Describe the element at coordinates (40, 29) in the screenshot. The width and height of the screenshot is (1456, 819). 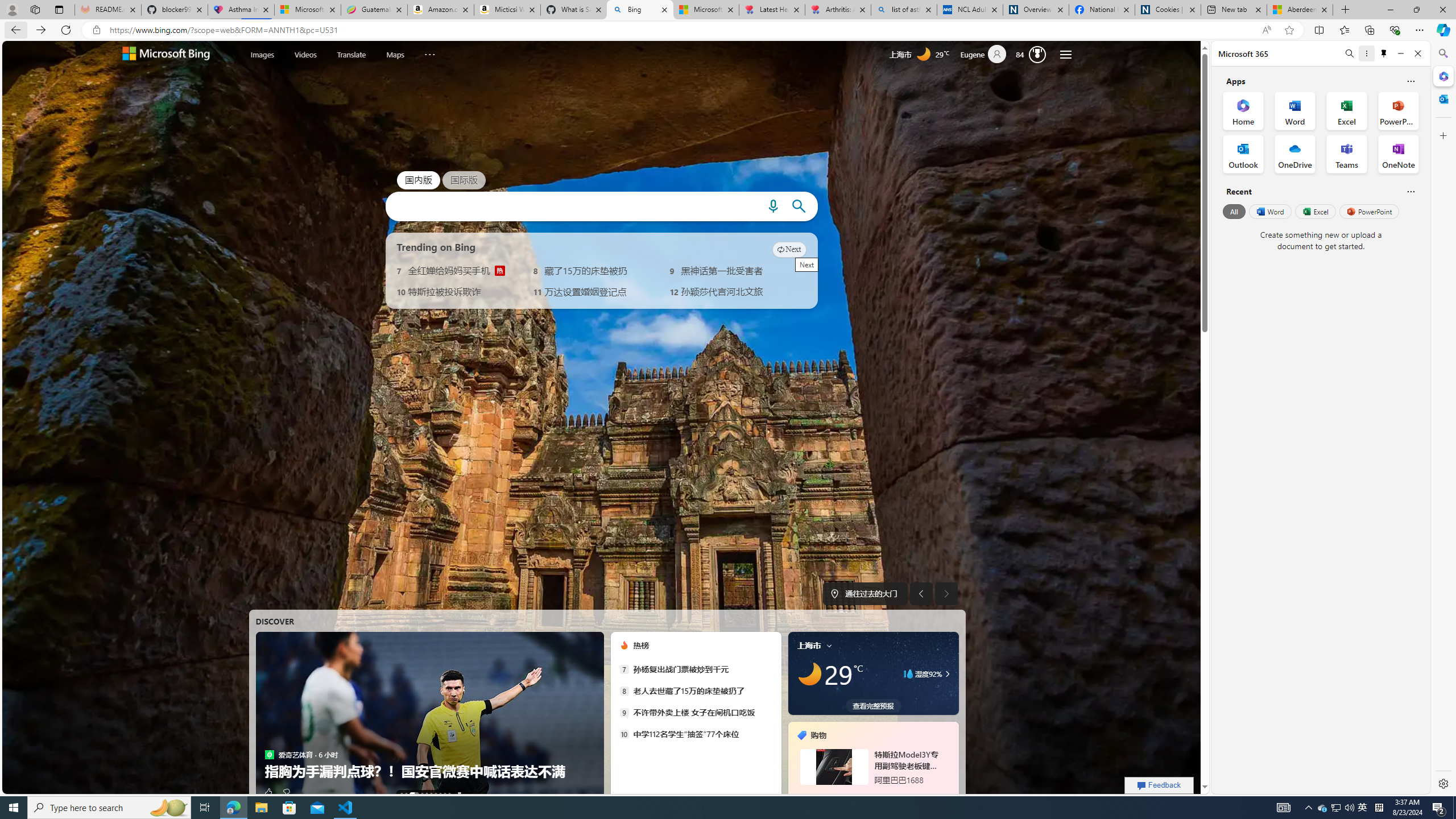
I see `'Forward'` at that location.